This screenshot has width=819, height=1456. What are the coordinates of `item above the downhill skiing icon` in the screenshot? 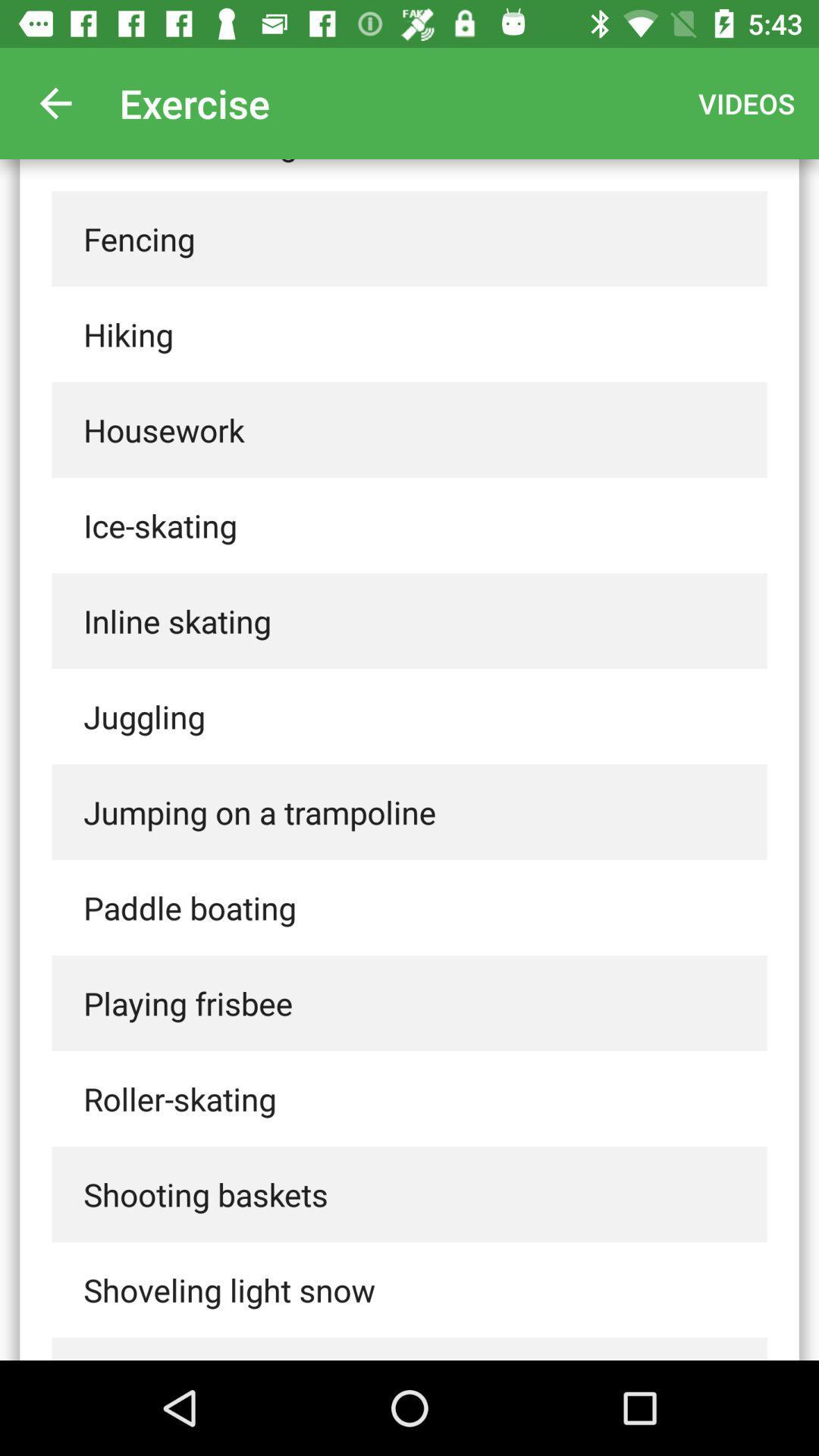 It's located at (55, 102).